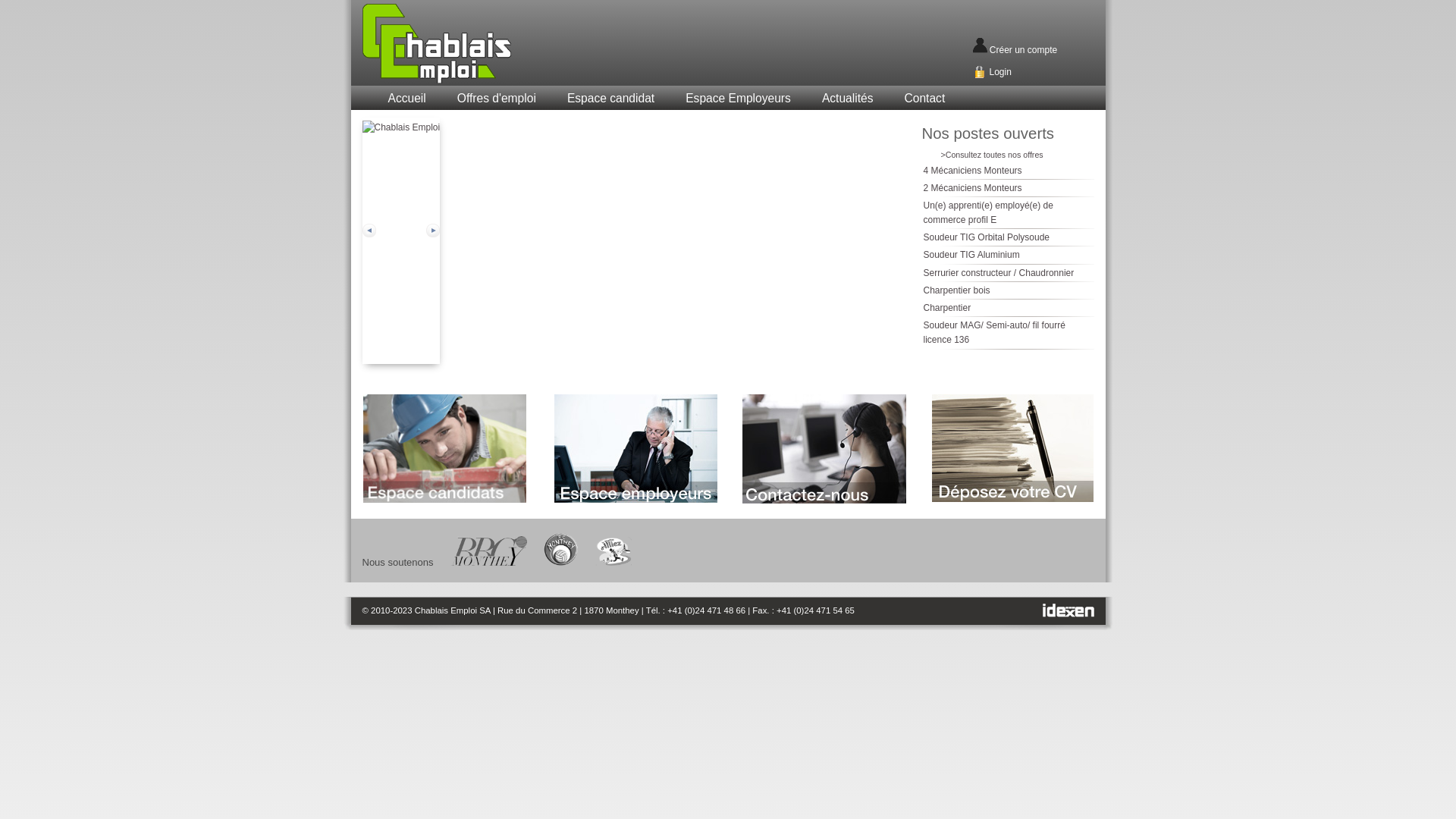  I want to click on 'Serrurier constructeur / Chaudronnier', so click(999, 271).